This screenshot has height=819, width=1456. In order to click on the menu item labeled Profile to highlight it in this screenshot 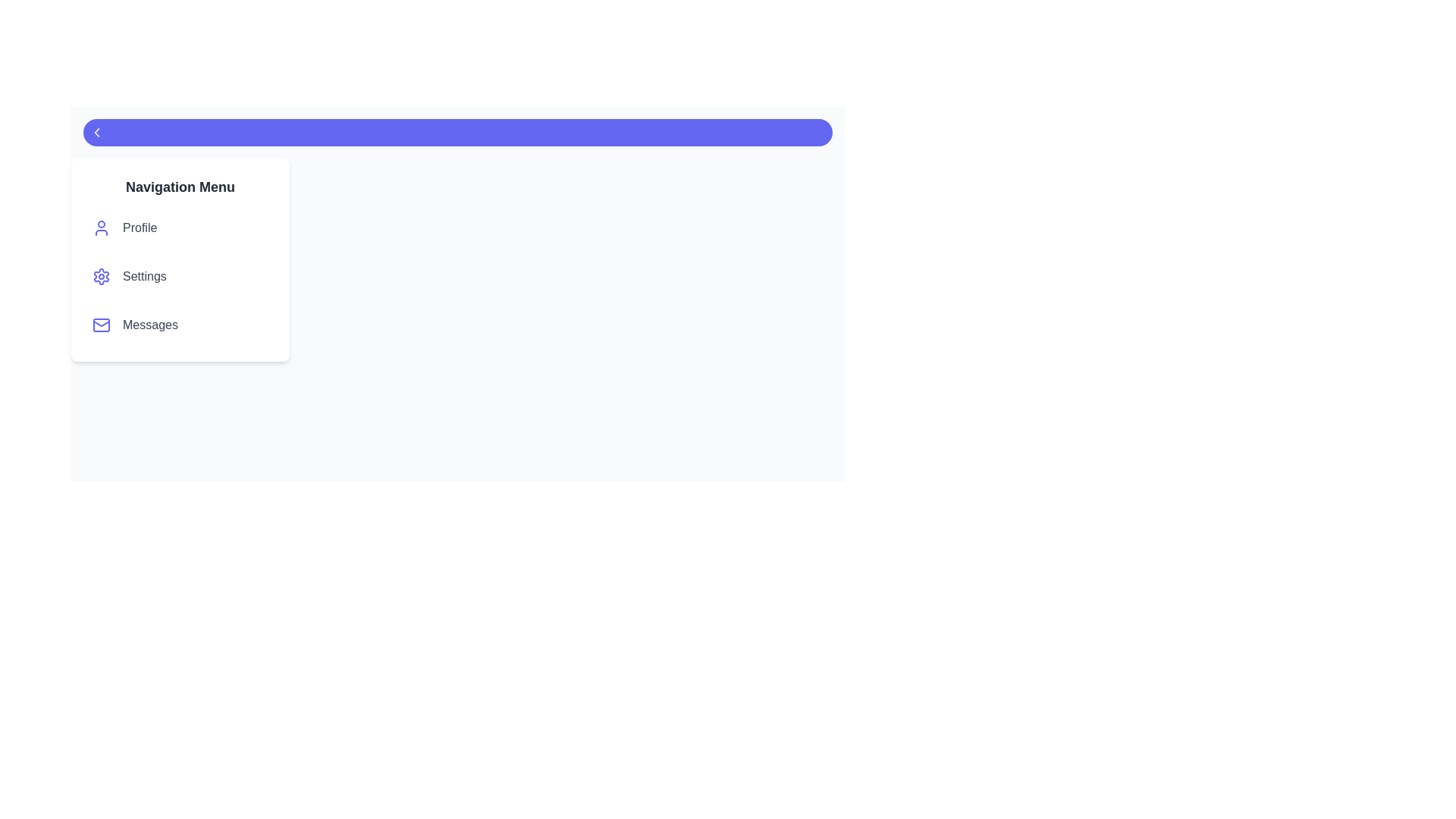, I will do `click(180, 227)`.